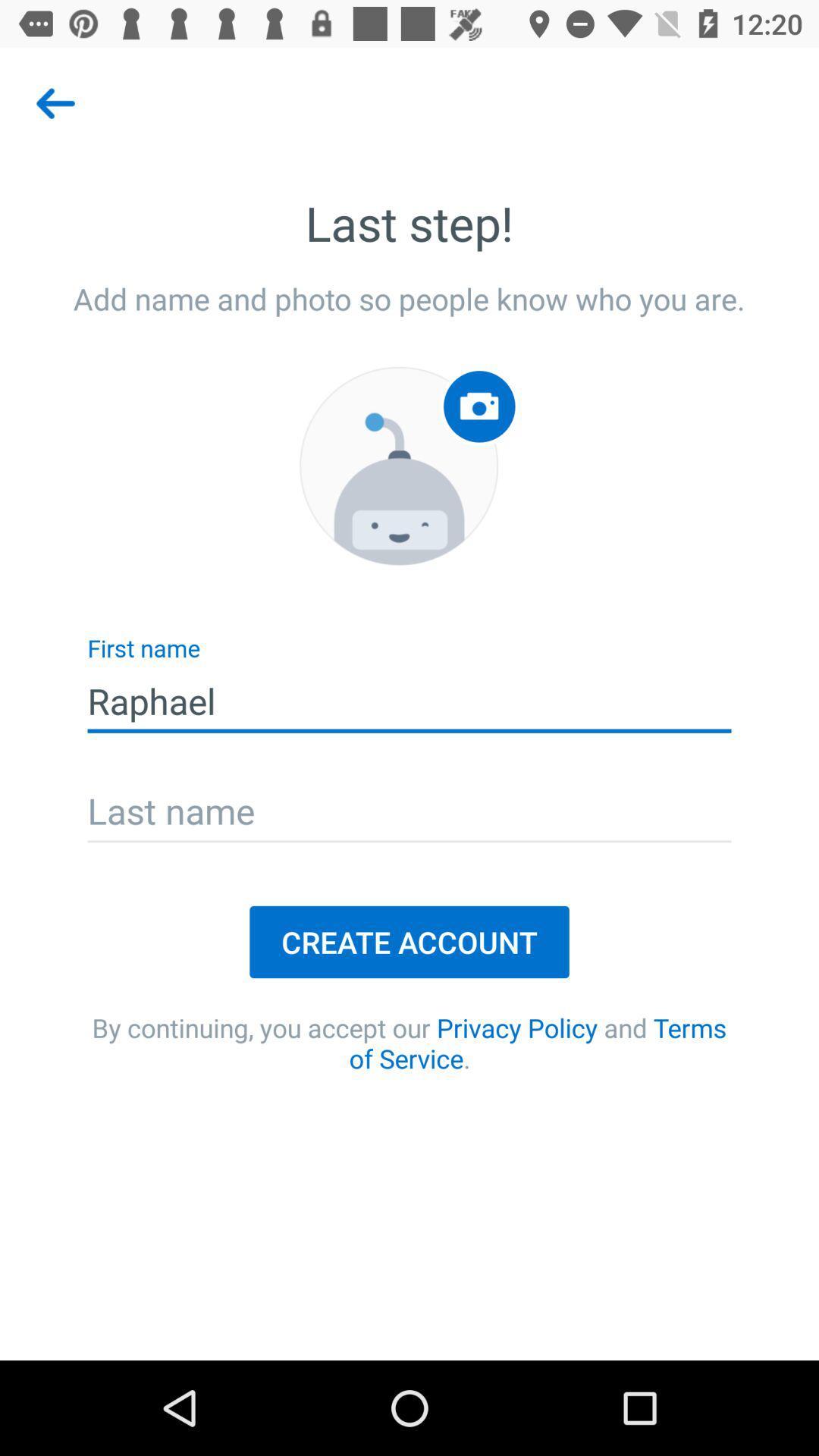 Image resolution: width=819 pixels, height=1456 pixels. What do you see at coordinates (55, 102) in the screenshot?
I see `the arrow_backward icon` at bounding box center [55, 102].